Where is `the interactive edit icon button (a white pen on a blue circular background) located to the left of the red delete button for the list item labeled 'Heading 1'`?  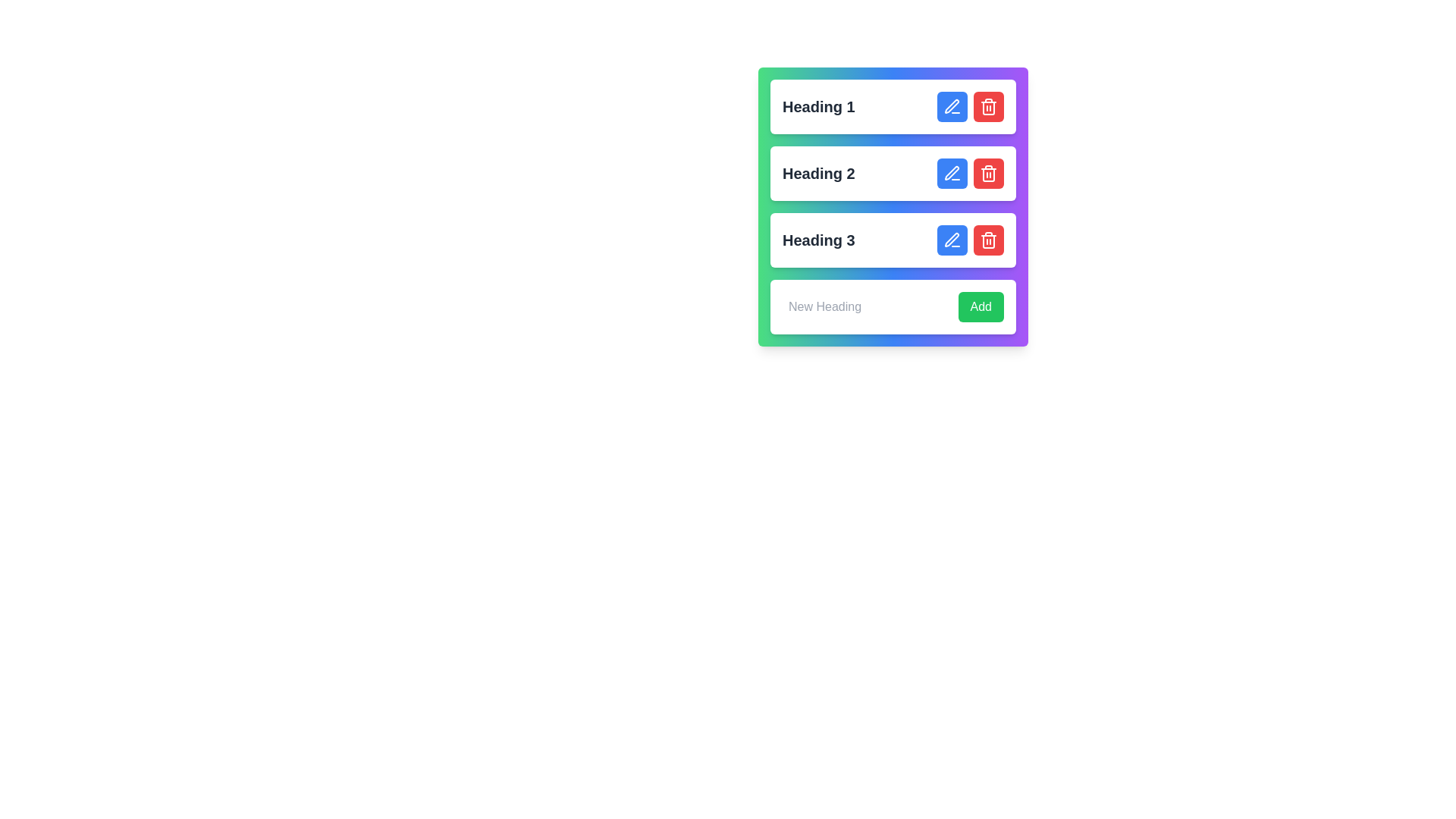 the interactive edit icon button (a white pen on a blue circular background) located to the left of the red delete button for the list item labeled 'Heading 1' is located at coordinates (950, 105).